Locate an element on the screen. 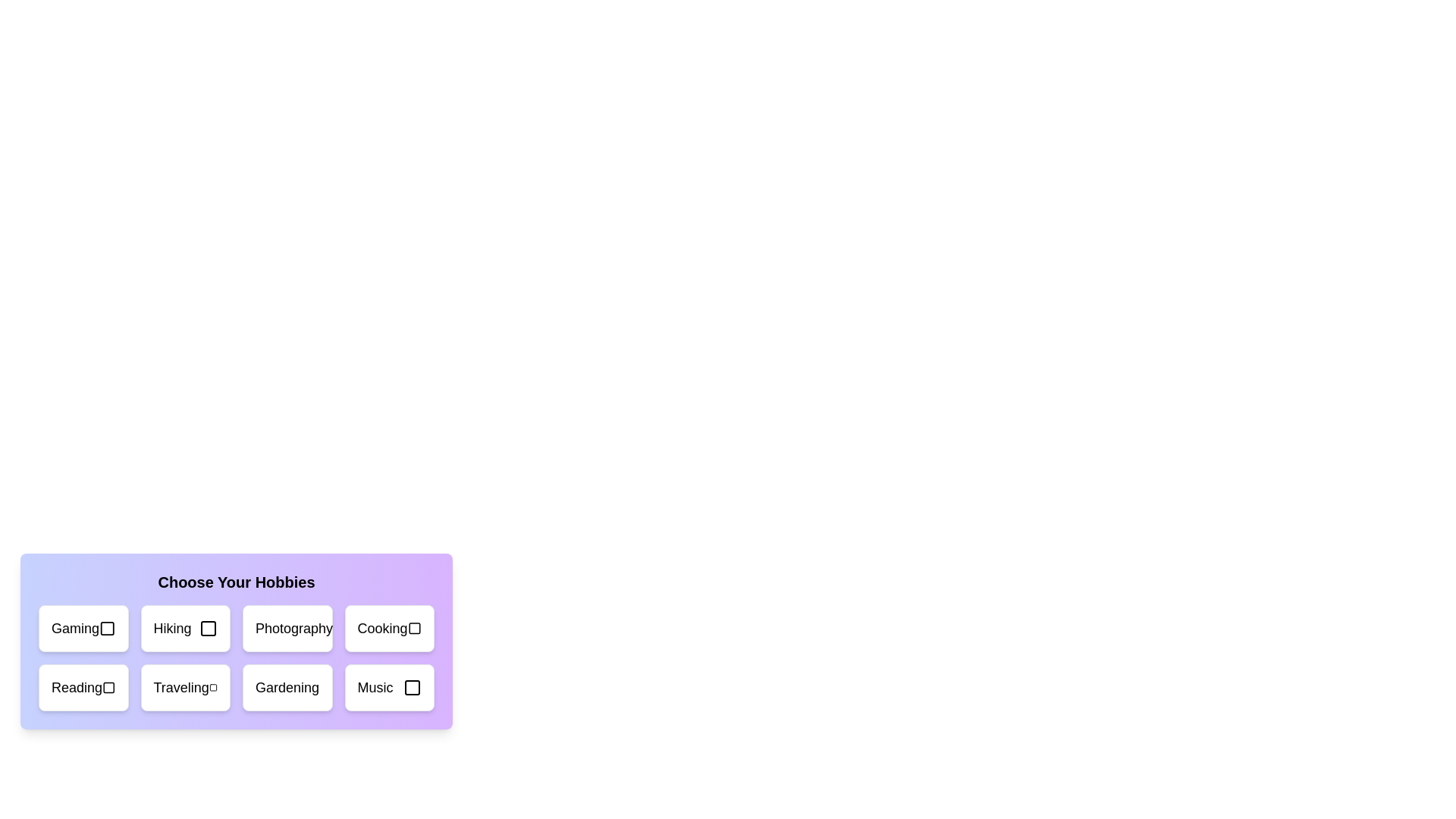 The width and height of the screenshot is (1456, 819). the hobby card labeled 'Hiking' is located at coordinates (184, 629).